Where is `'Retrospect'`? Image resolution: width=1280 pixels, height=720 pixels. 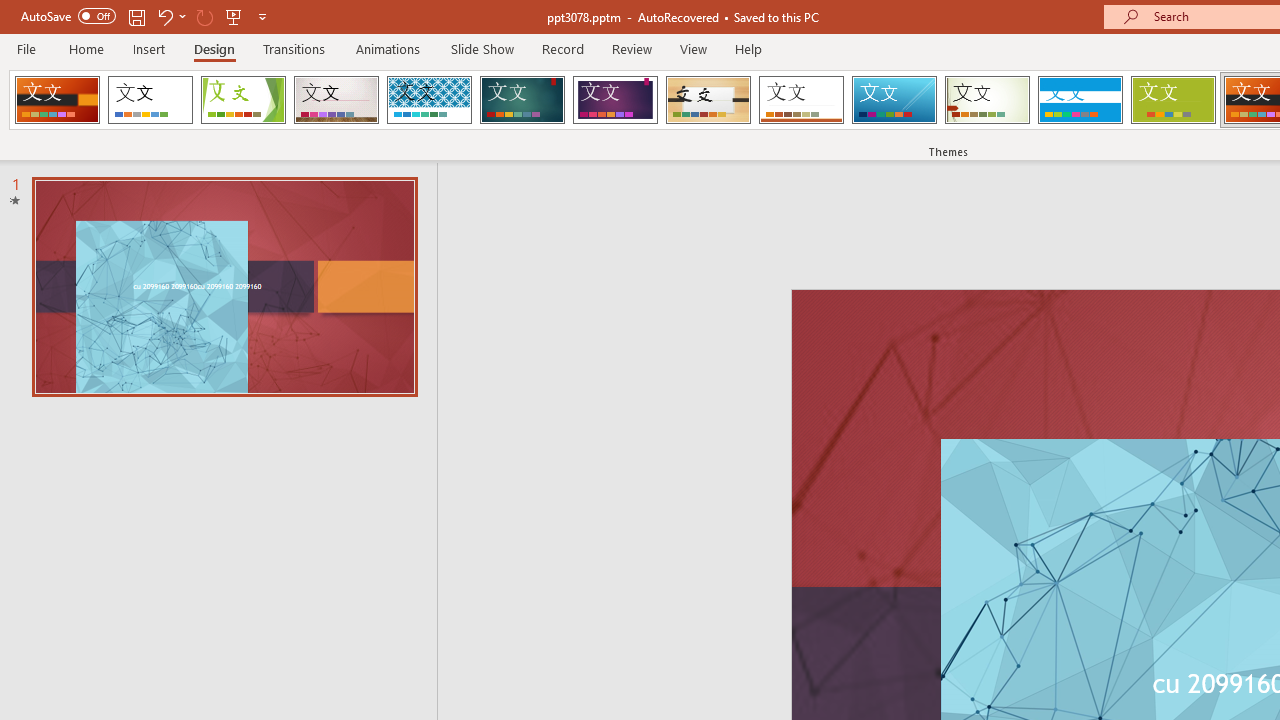 'Retrospect' is located at coordinates (801, 100).